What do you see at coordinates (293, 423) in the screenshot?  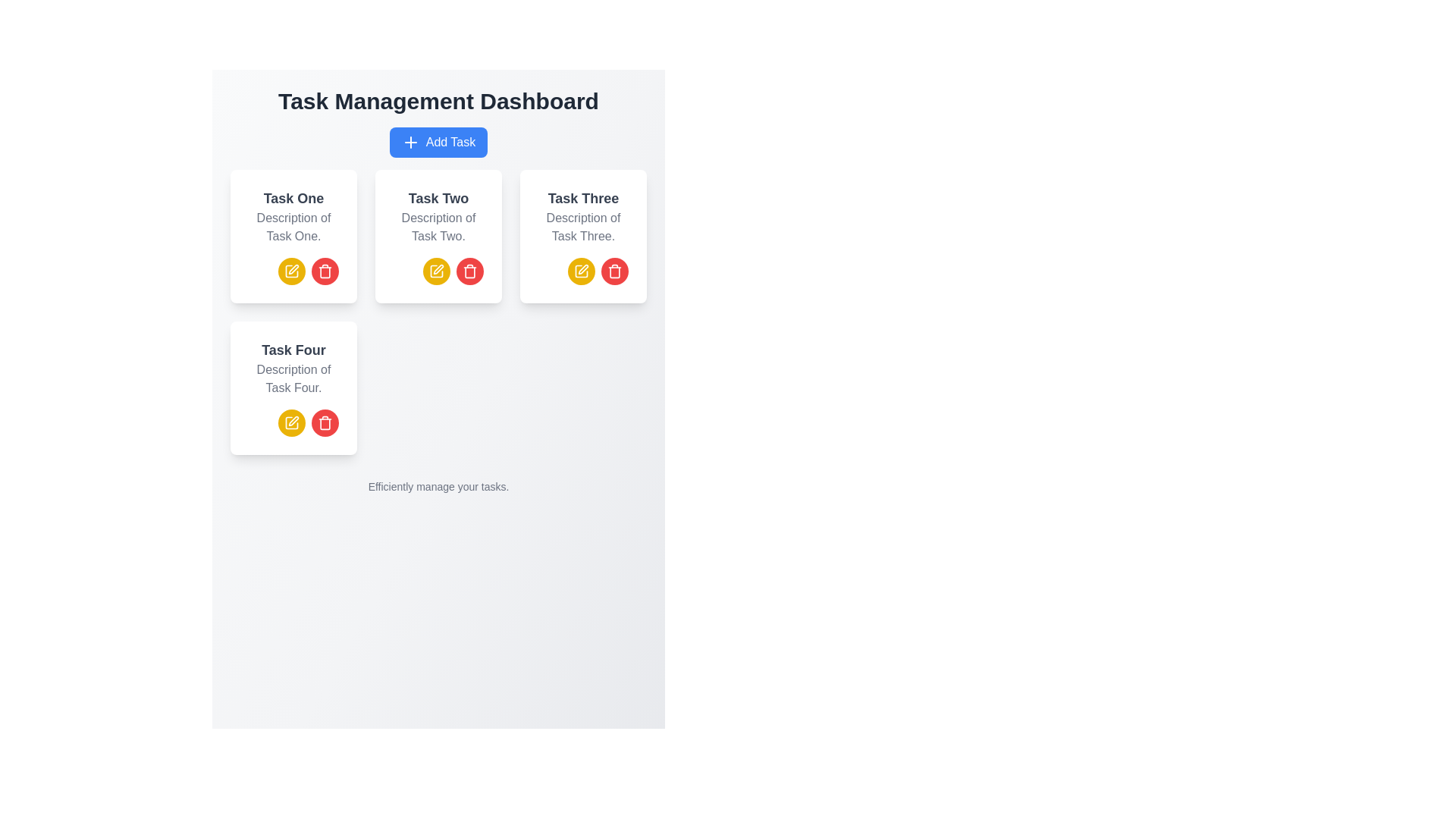 I see `the edit button located within the card labeled 'Task Four' near its bottom-right corner` at bounding box center [293, 423].